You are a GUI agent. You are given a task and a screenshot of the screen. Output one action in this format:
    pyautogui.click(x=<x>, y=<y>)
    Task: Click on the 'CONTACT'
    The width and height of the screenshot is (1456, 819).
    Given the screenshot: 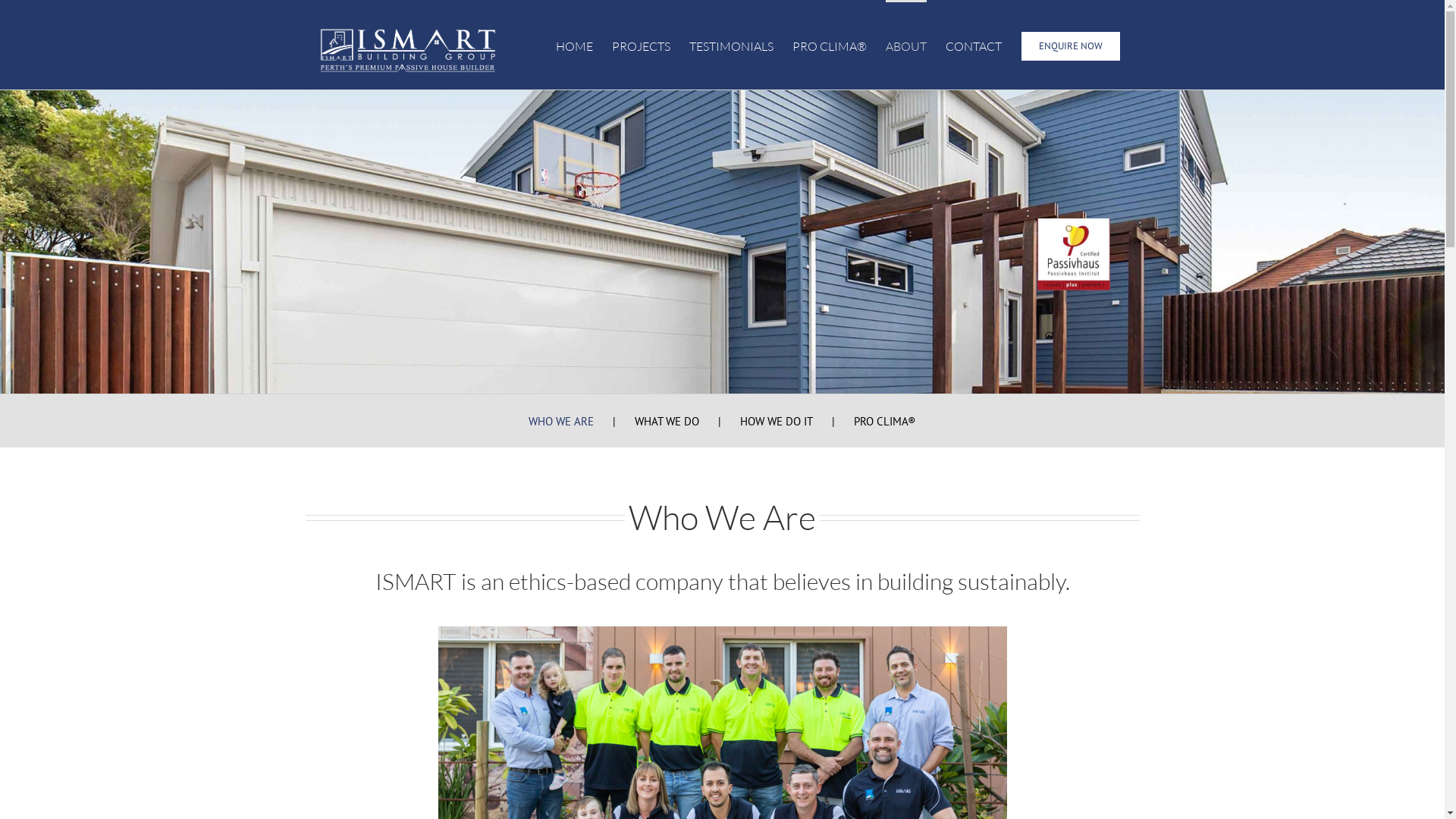 What is the action you would take?
    pyautogui.click(x=972, y=43)
    